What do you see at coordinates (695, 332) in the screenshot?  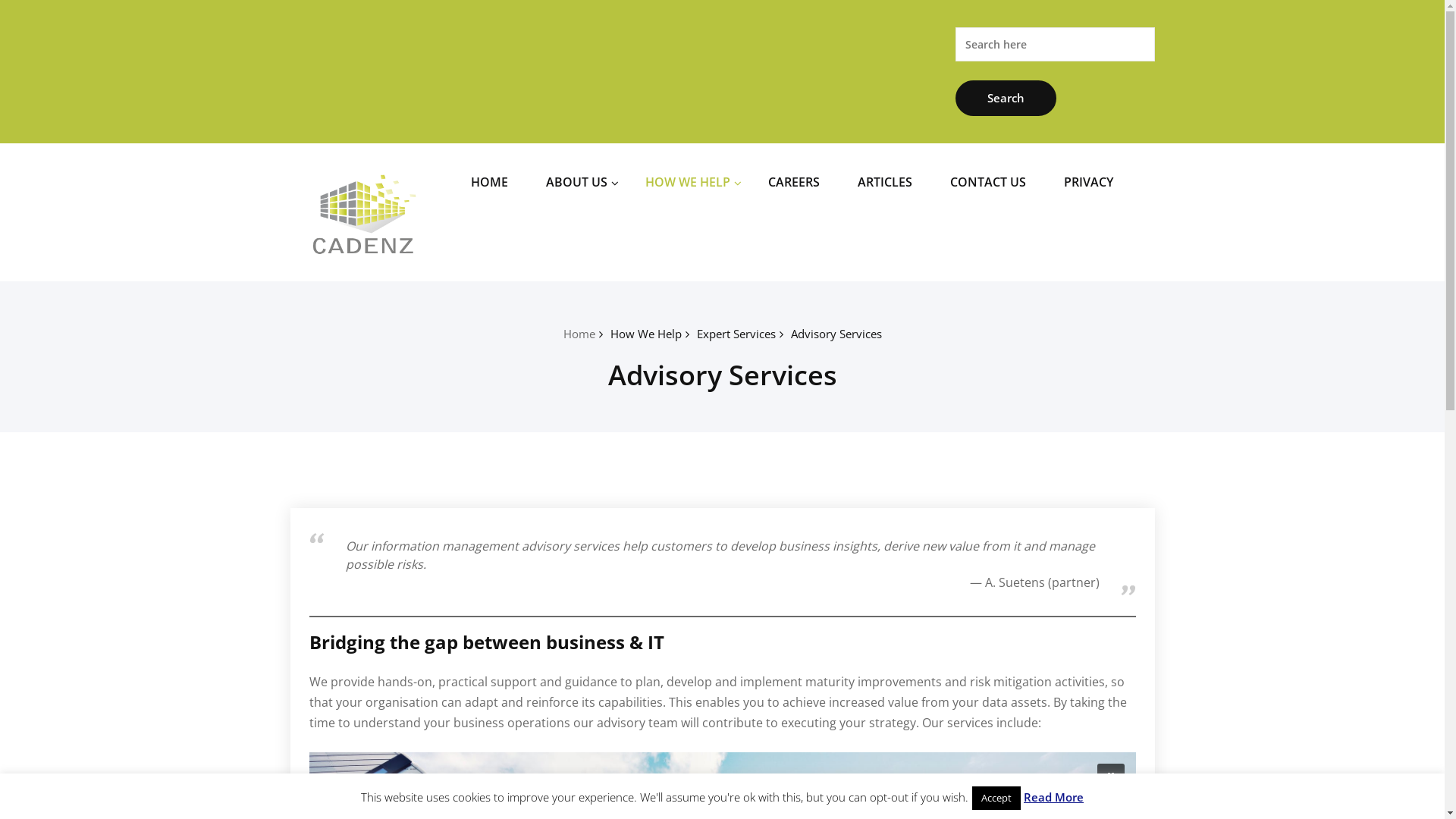 I see `'Expert Services'` at bounding box center [695, 332].